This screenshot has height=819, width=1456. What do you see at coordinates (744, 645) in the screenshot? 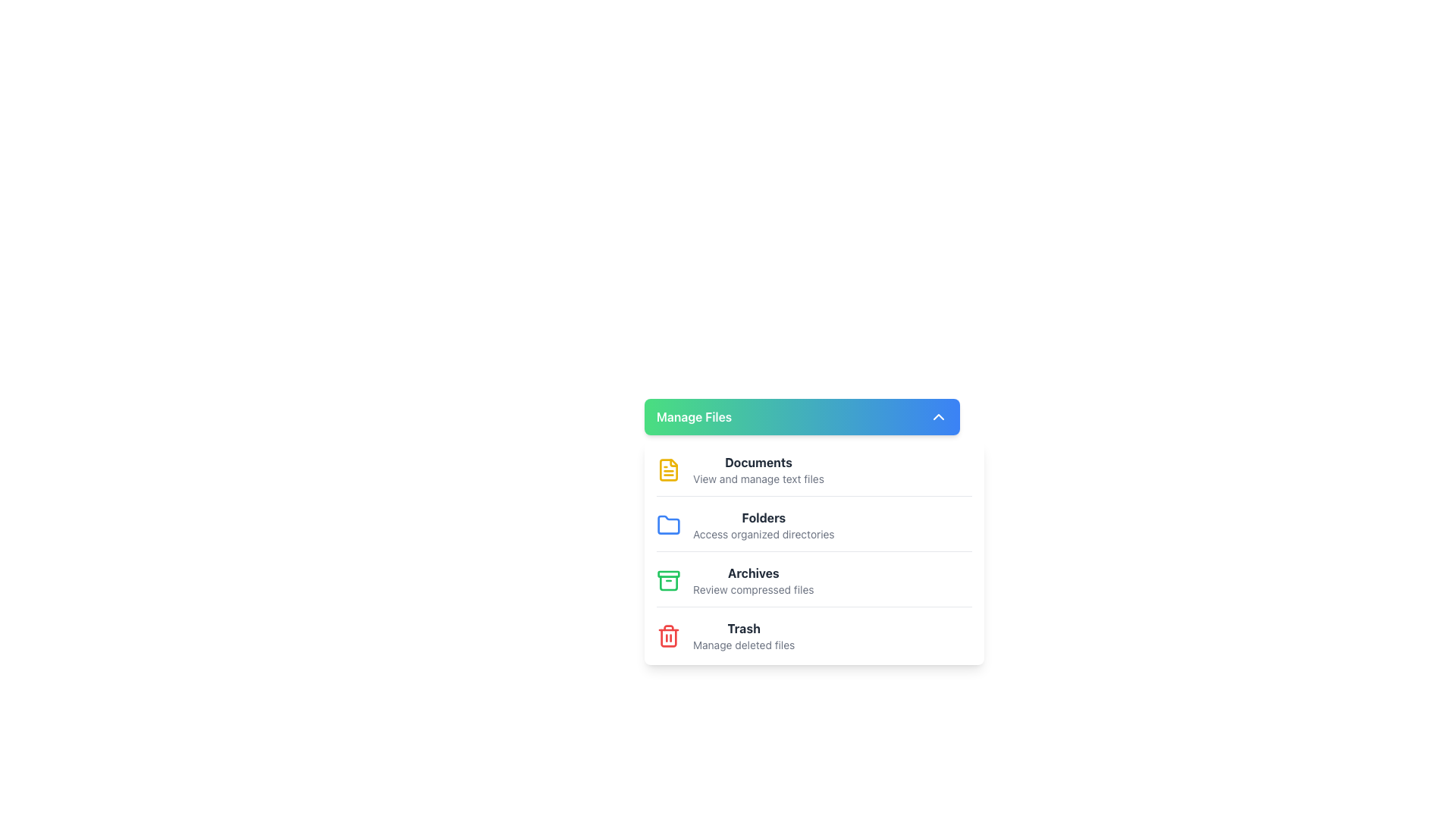
I see `the static text label that reads 'Manage deleted files', which is positioned beneath the bold label 'Trash'` at bounding box center [744, 645].